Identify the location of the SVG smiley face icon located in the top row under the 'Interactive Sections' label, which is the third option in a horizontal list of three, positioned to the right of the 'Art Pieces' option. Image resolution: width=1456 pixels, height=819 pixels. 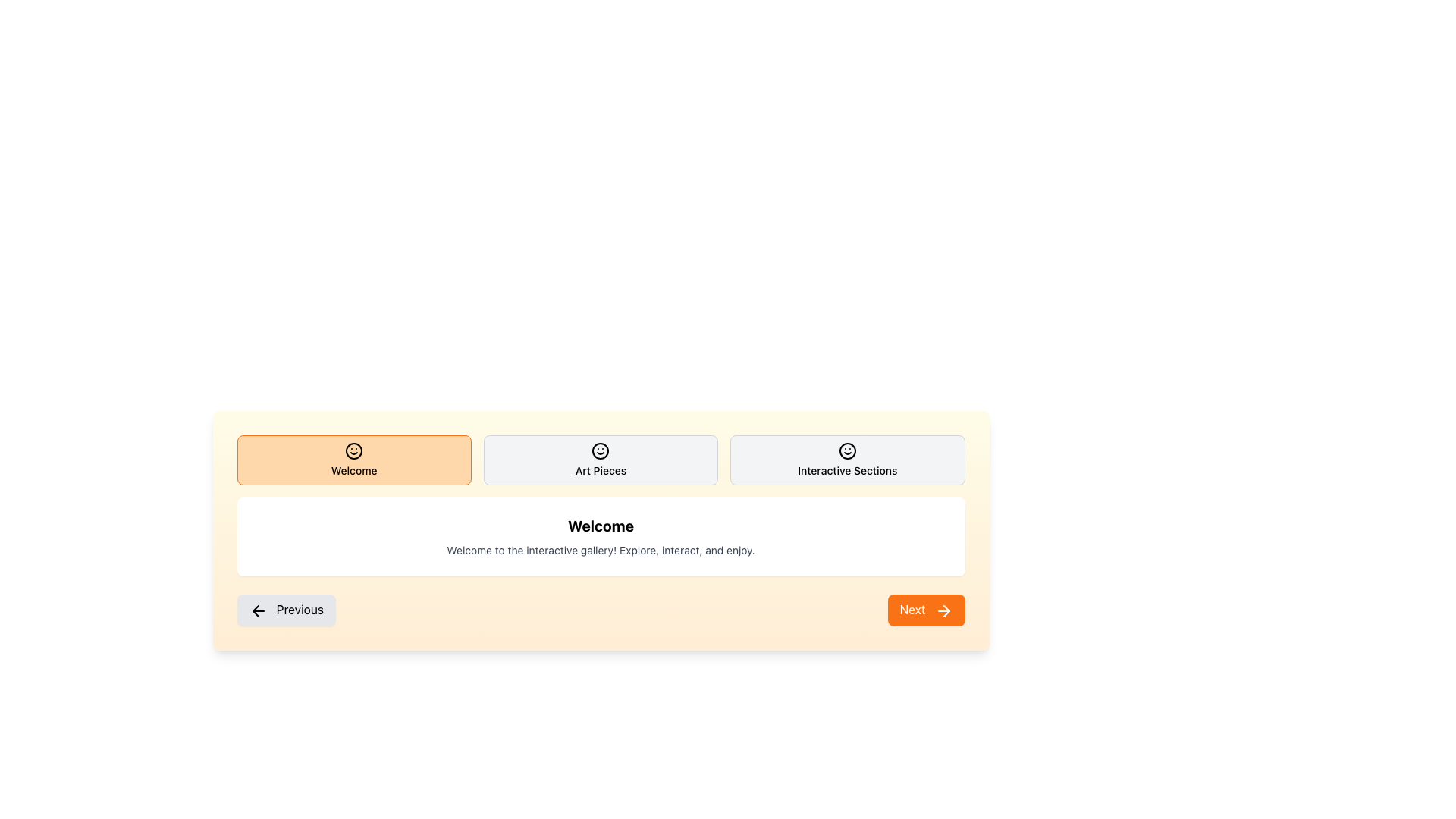
(846, 450).